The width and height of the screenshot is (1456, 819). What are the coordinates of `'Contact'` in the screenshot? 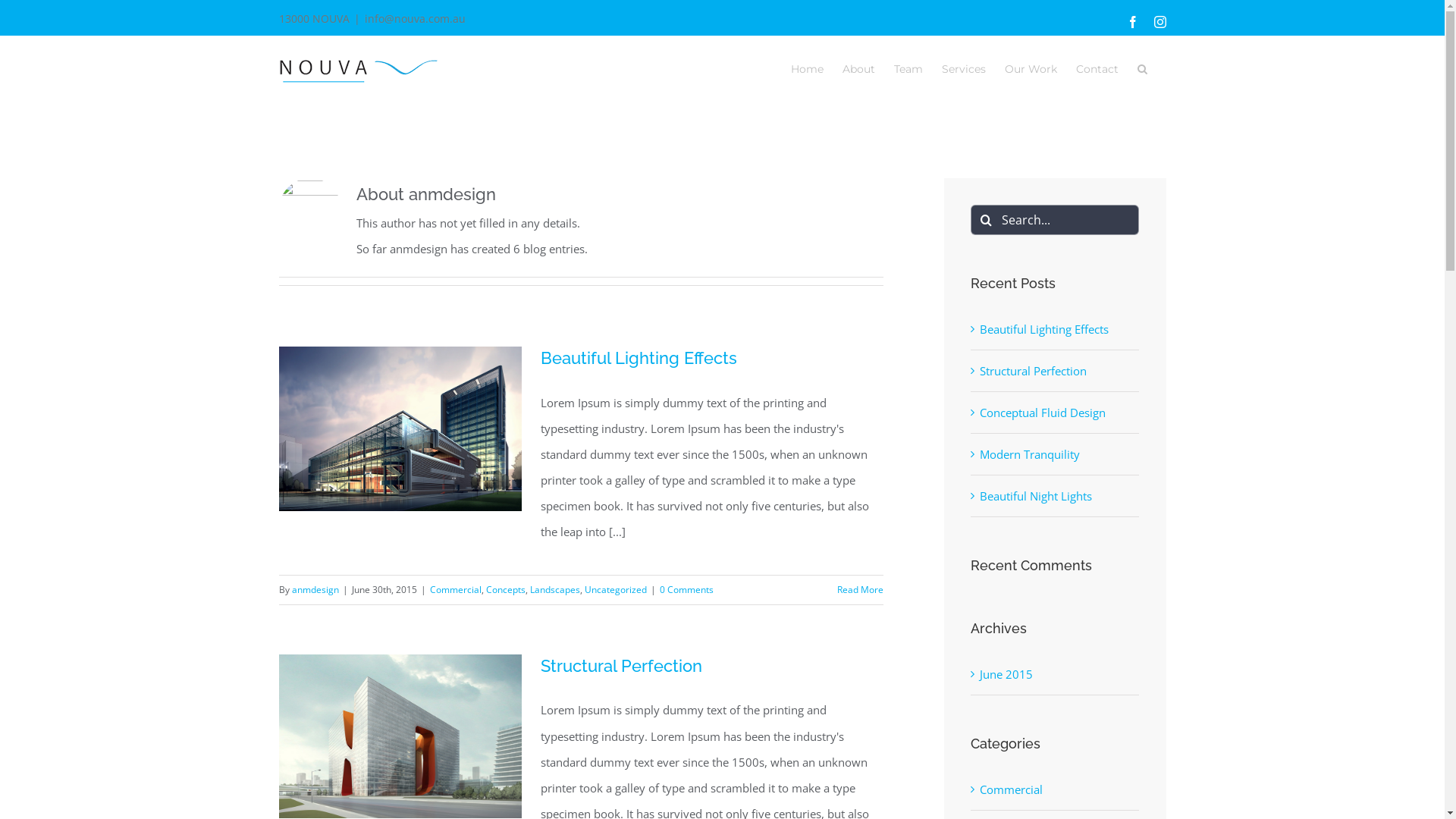 It's located at (1096, 67).